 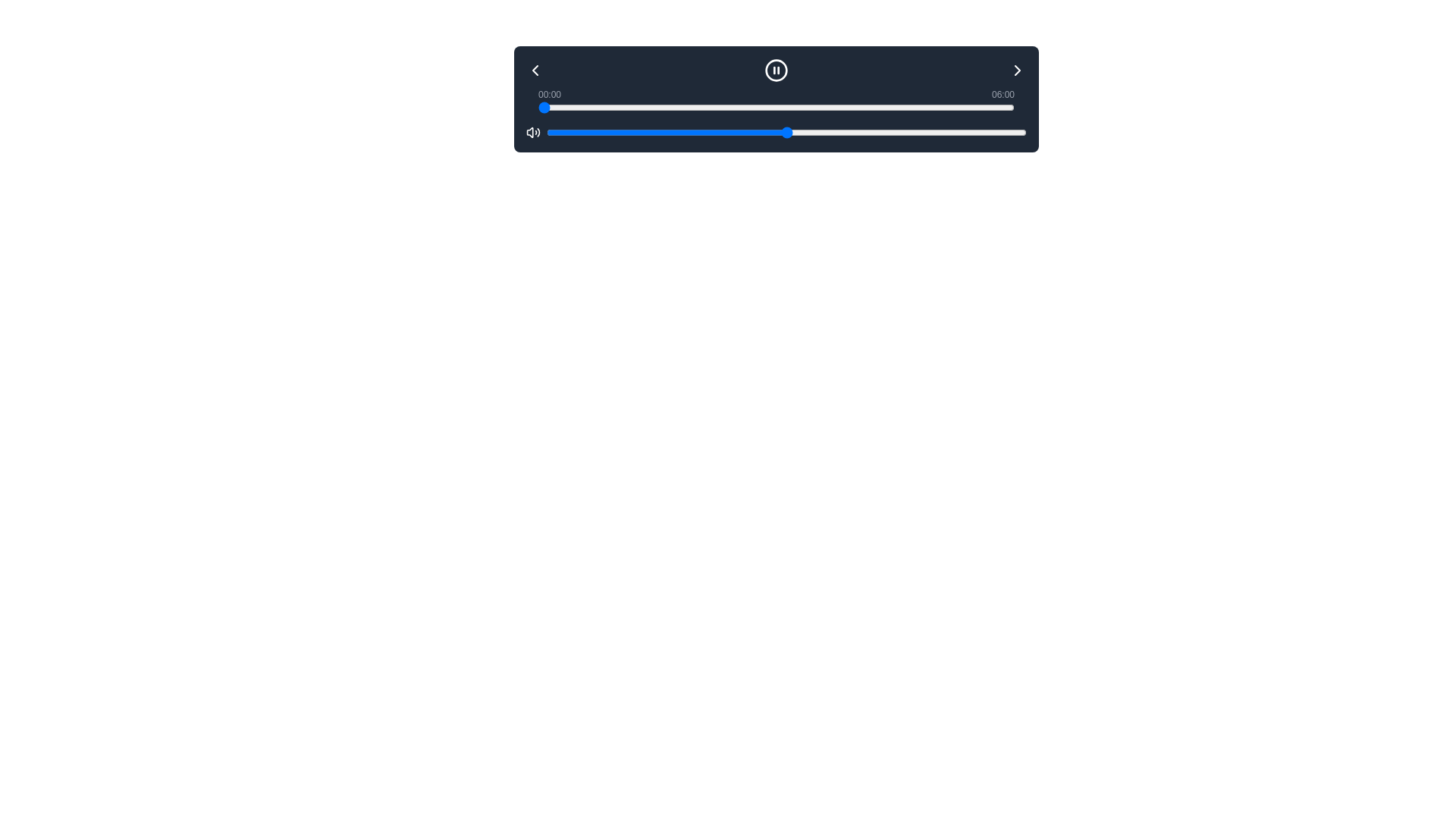 What do you see at coordinates (530, 131) in the screenshot?
I see `the state of the graphic icon that resembles a speaker or volume control with a muted representation, located at the leftmost part of the larger volume control icon` at bounding box center [530, 131].